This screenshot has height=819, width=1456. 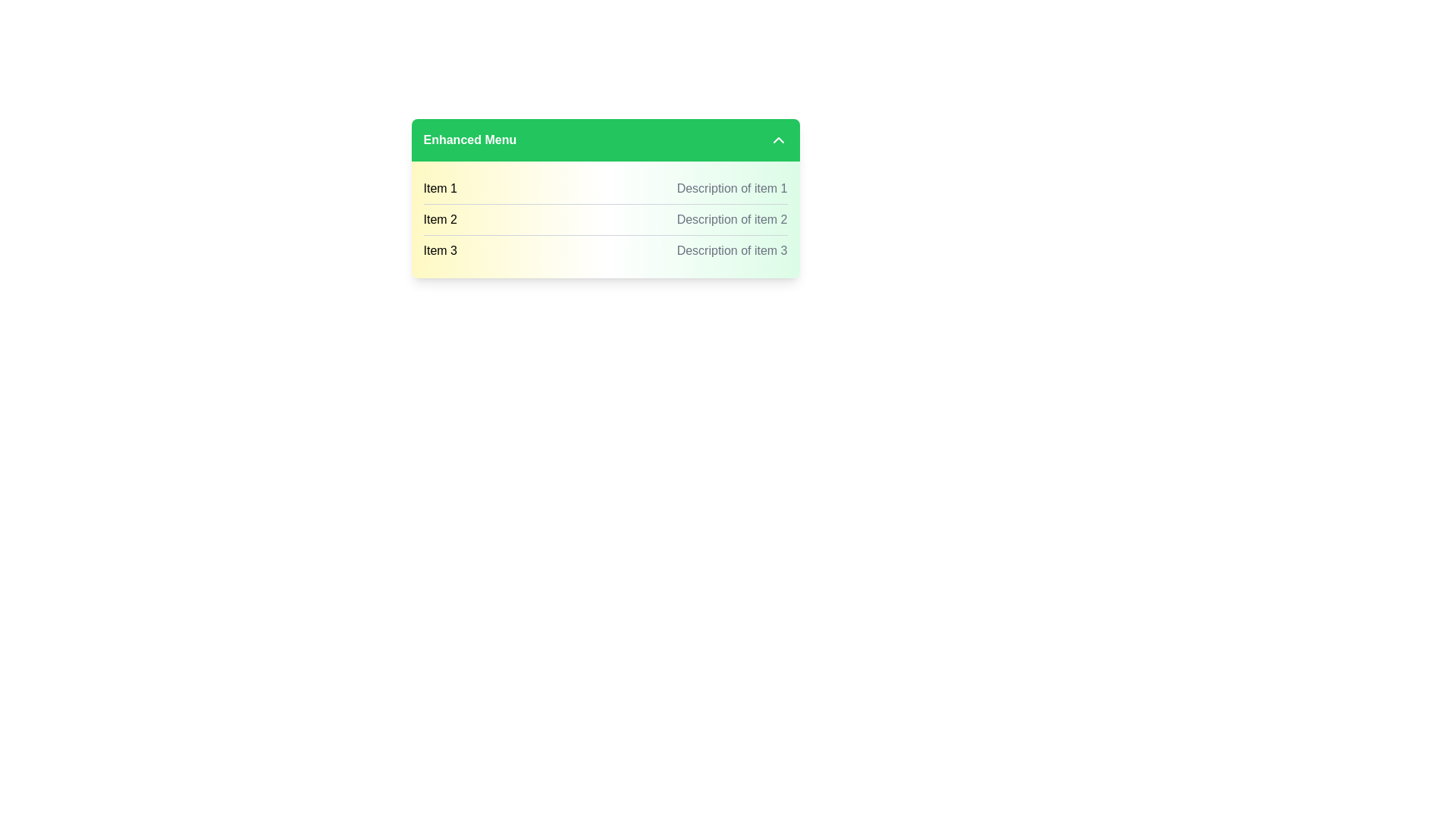 What do you see at coordinates (604, 219) in the screenshot?
I see `the row labeled 'Item 2'` at bounding box center [604, 219].